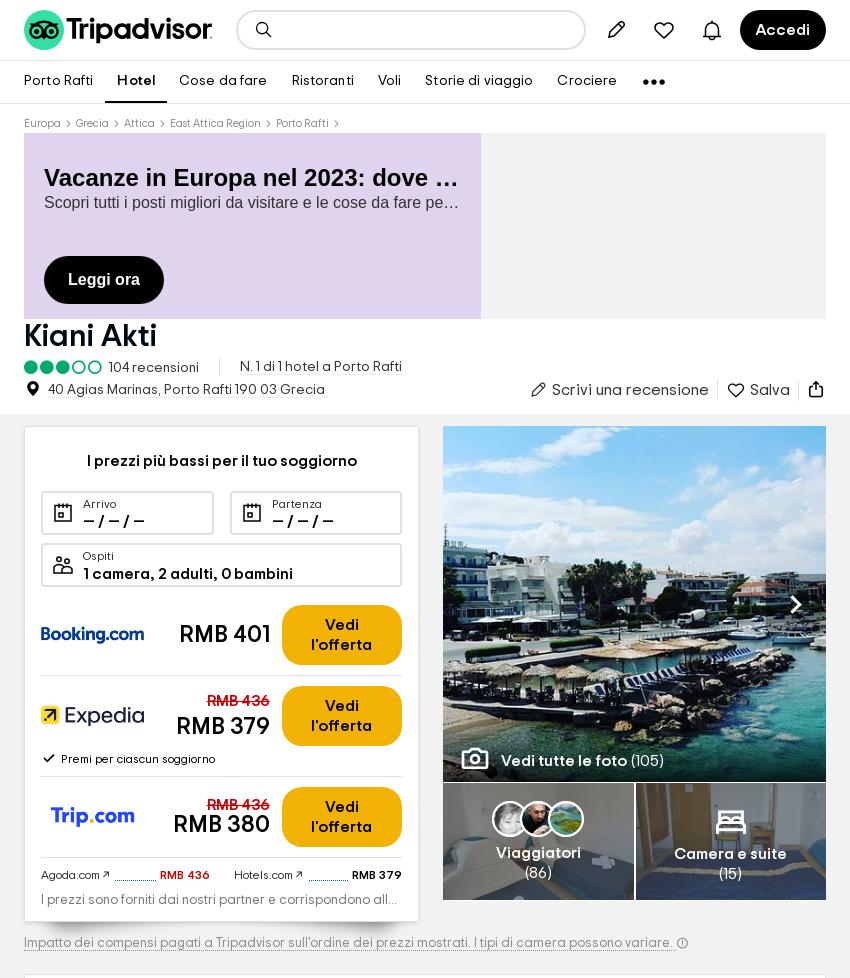  Describe the element at coordinates (89, 335) in the screenshot. I see `'Kiani Akti'` at that location.